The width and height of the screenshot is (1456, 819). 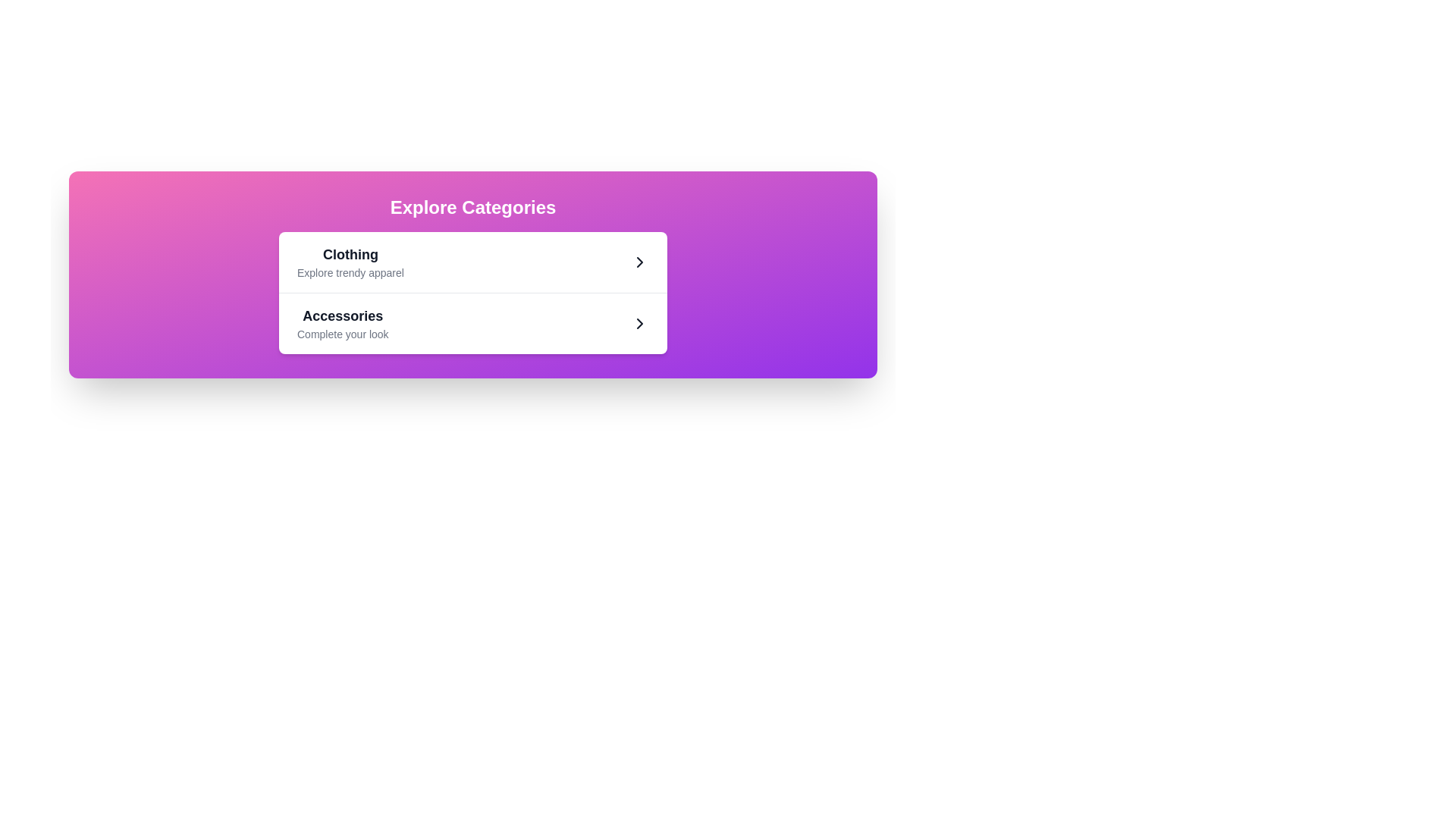 What do you see at coordinates (640, 323) in the screenshot?
I see `the right-facing arrow icon located in the second option of the horizontal list under 'Explore Categories'` at bounding box center [640, 323].